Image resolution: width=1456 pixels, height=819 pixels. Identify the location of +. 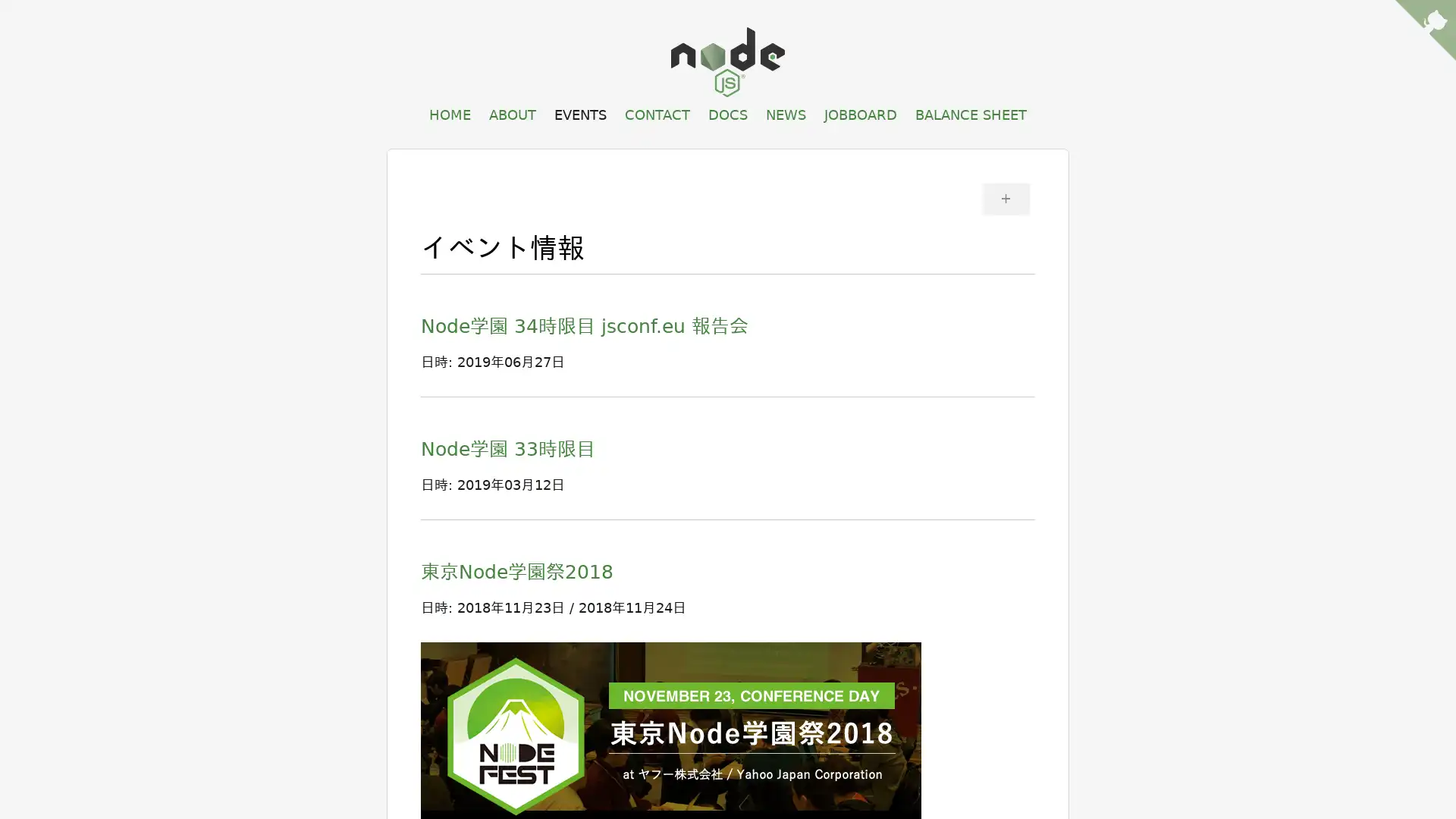
(1006, 197).